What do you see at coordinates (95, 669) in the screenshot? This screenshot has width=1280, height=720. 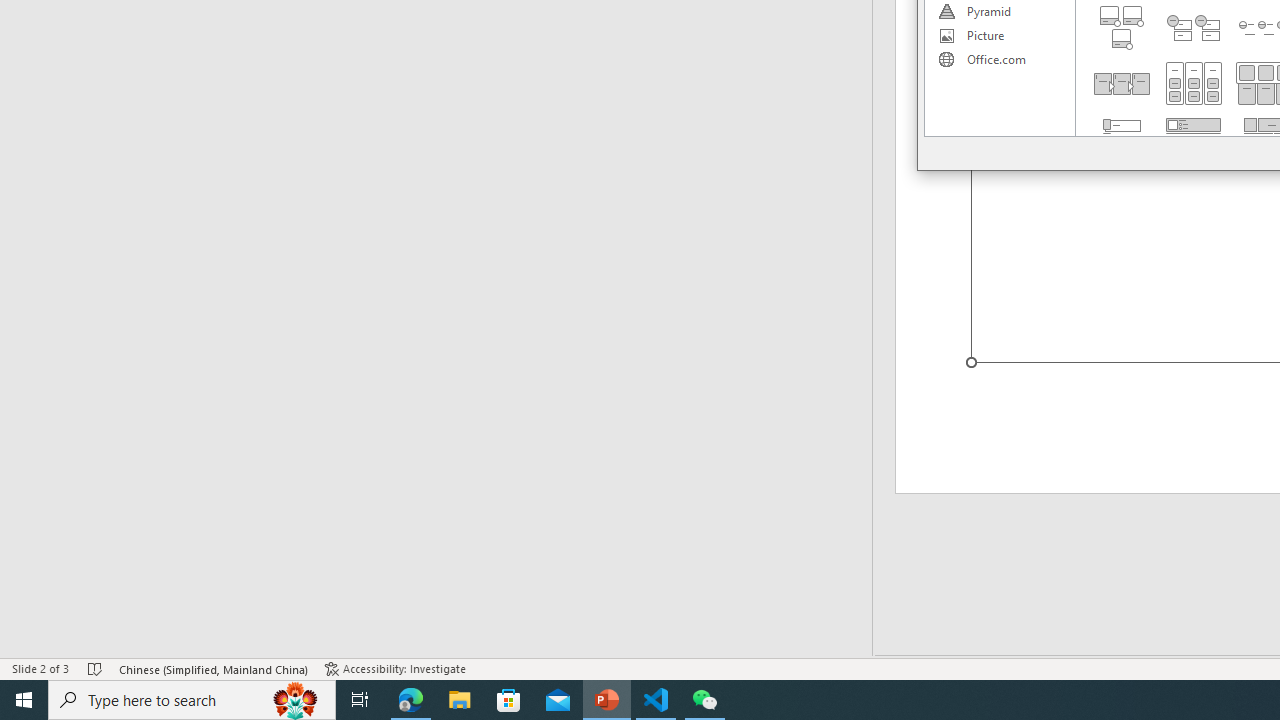 I see `'Spell Check No Errors'` at bounding box center [95, 669].